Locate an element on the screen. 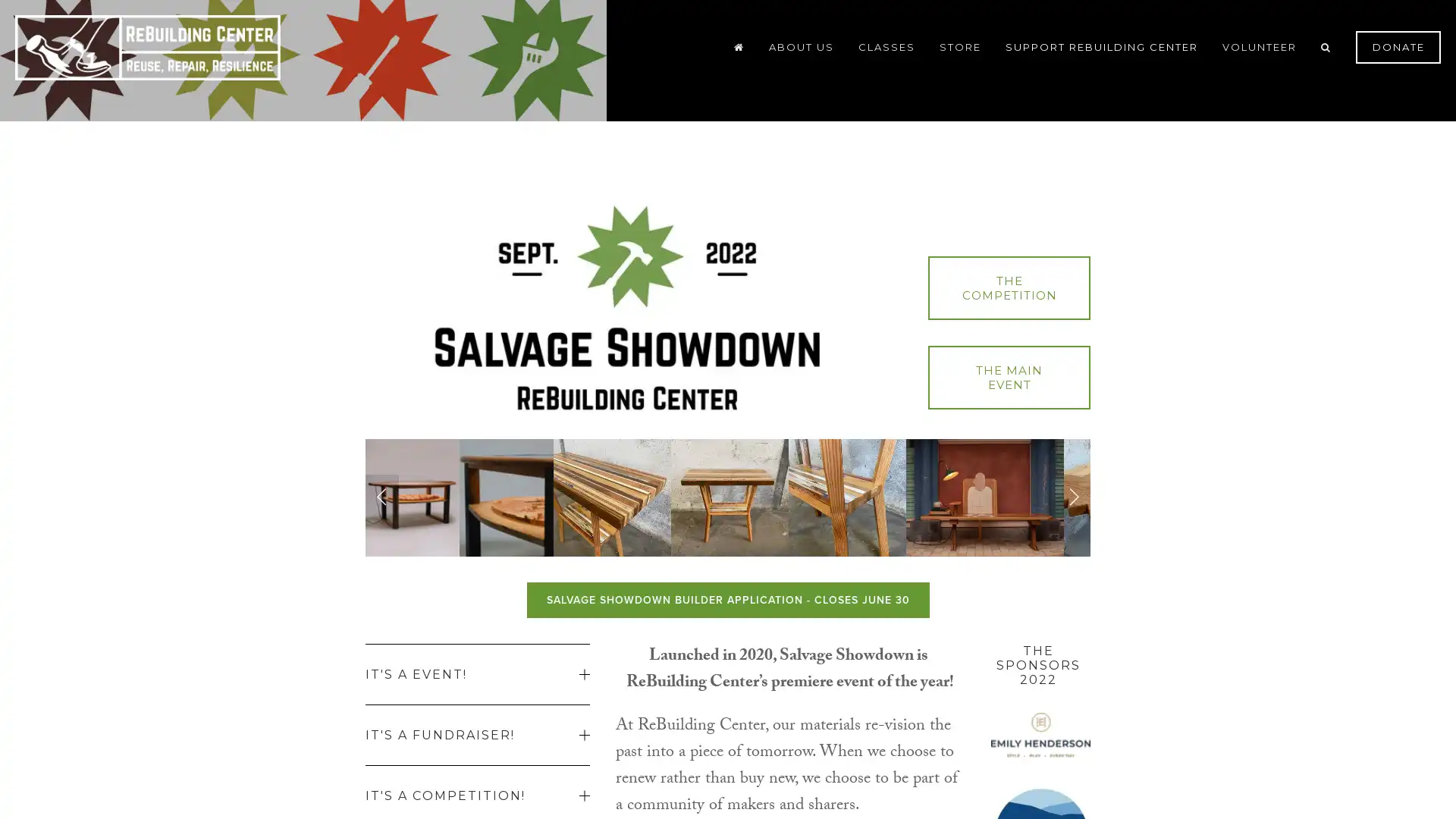 This screenshot has height=819, width=1456. IT'S A EVENT! is located at coordinates (476, 673).